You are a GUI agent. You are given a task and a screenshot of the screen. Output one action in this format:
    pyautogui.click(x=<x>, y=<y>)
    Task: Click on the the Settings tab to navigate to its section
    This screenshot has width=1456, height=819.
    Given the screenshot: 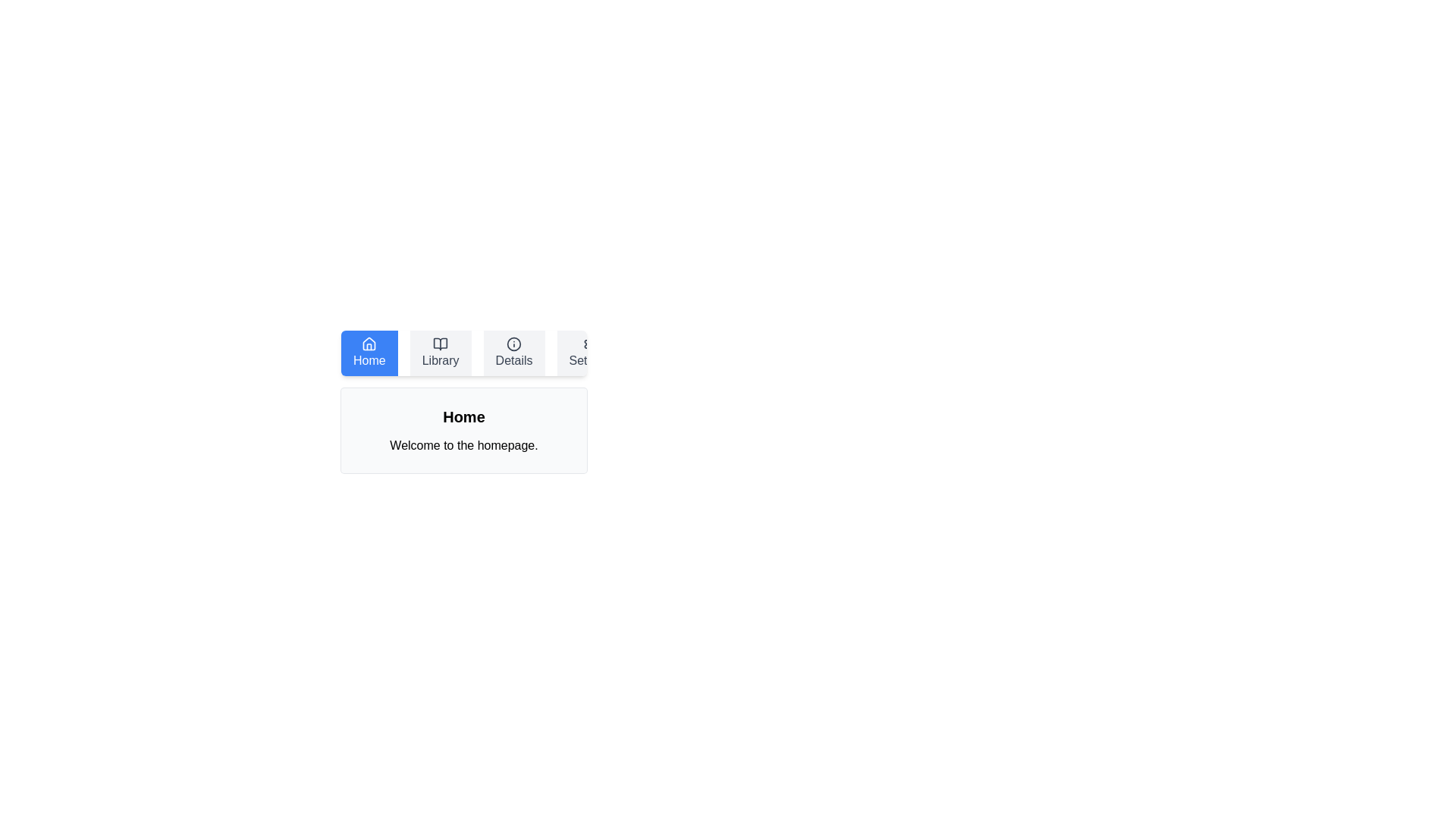 What is the action you would take?
    pyautogui.click(x=589, y=353)
    